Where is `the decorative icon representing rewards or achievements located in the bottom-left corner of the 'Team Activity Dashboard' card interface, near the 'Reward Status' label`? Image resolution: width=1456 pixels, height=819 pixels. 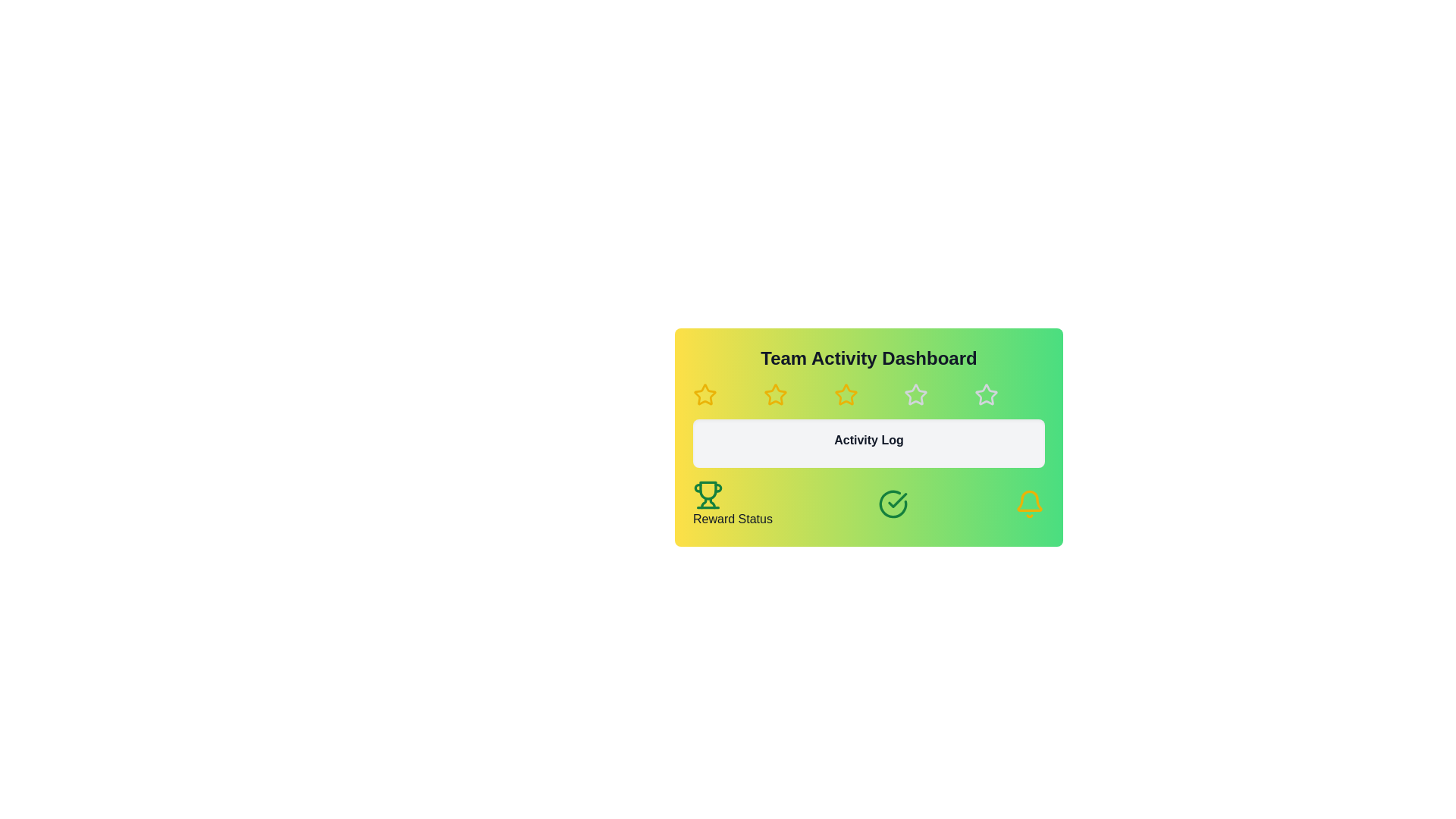
the decorative icon representing rewards or achievements located in the bottom-left corner of the 'Team Activity Dashboard' card interface, near the 'Reward Status' label is located at coordinates (708, 491).